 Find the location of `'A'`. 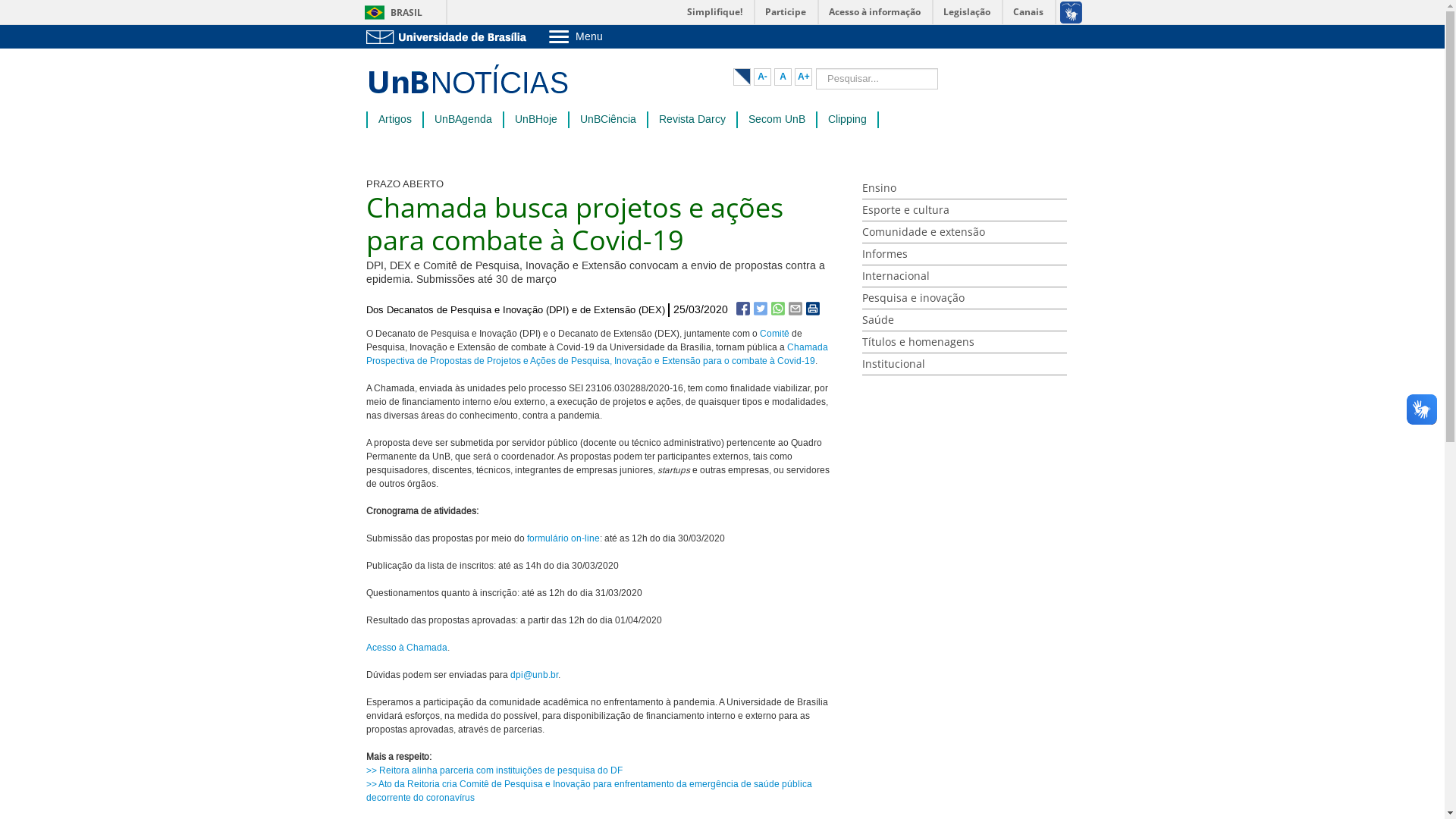

'A' is located at coordinates (783, 77).